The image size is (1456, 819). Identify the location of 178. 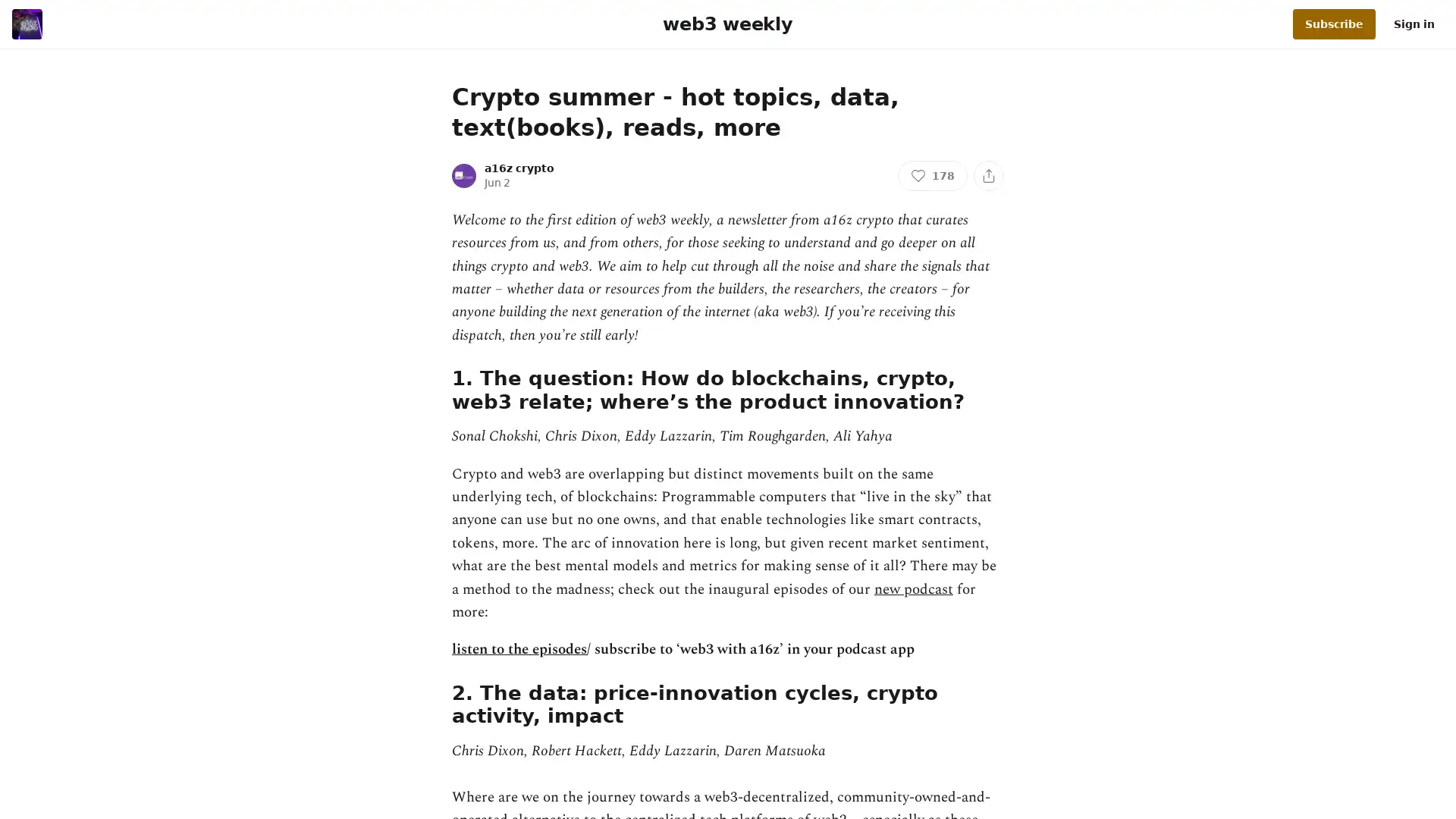
(931, 174).